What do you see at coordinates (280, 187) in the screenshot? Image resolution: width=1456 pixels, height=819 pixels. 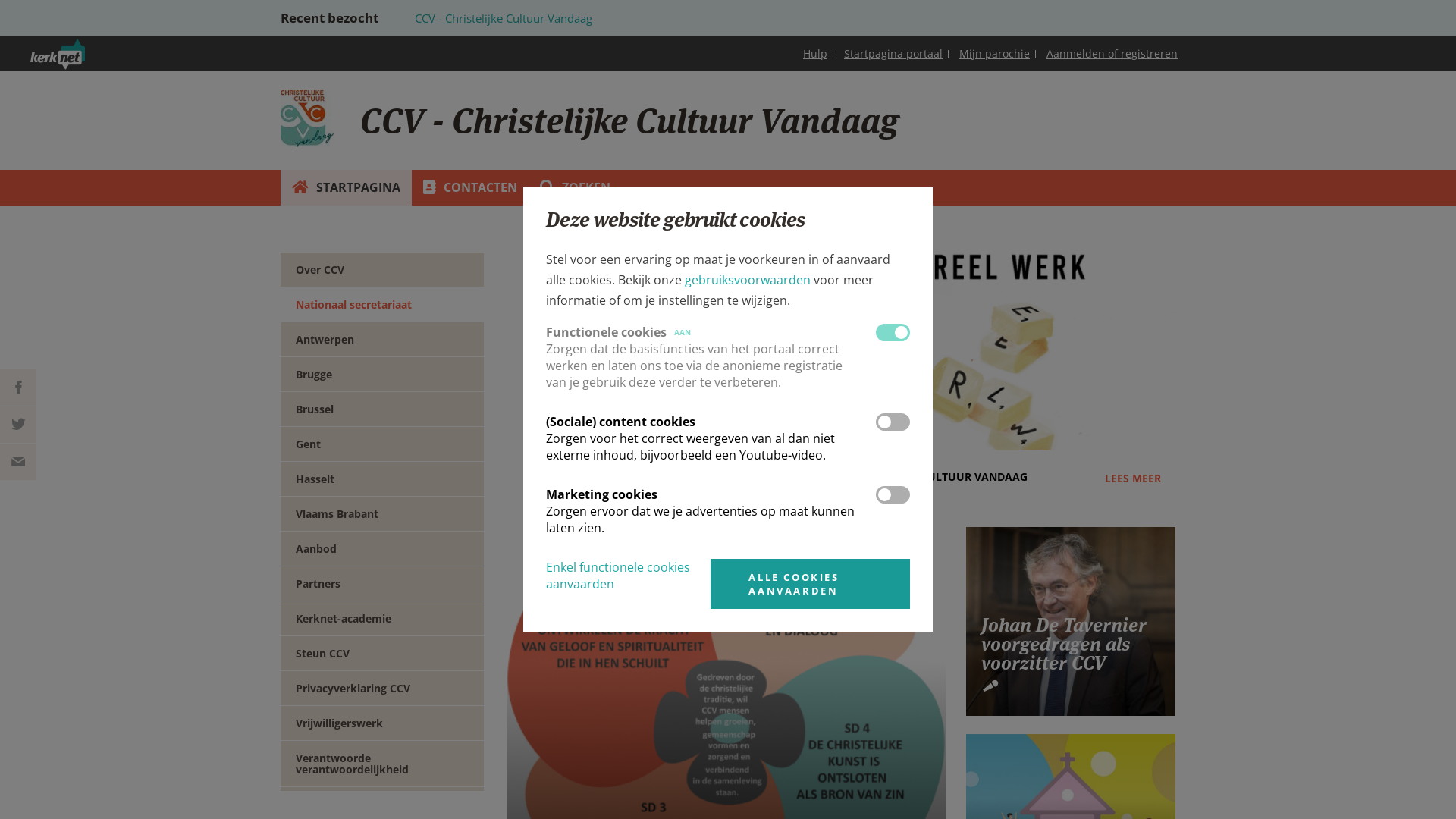 I see `'STARTPAGINA'` at bounding box center [280, 187].